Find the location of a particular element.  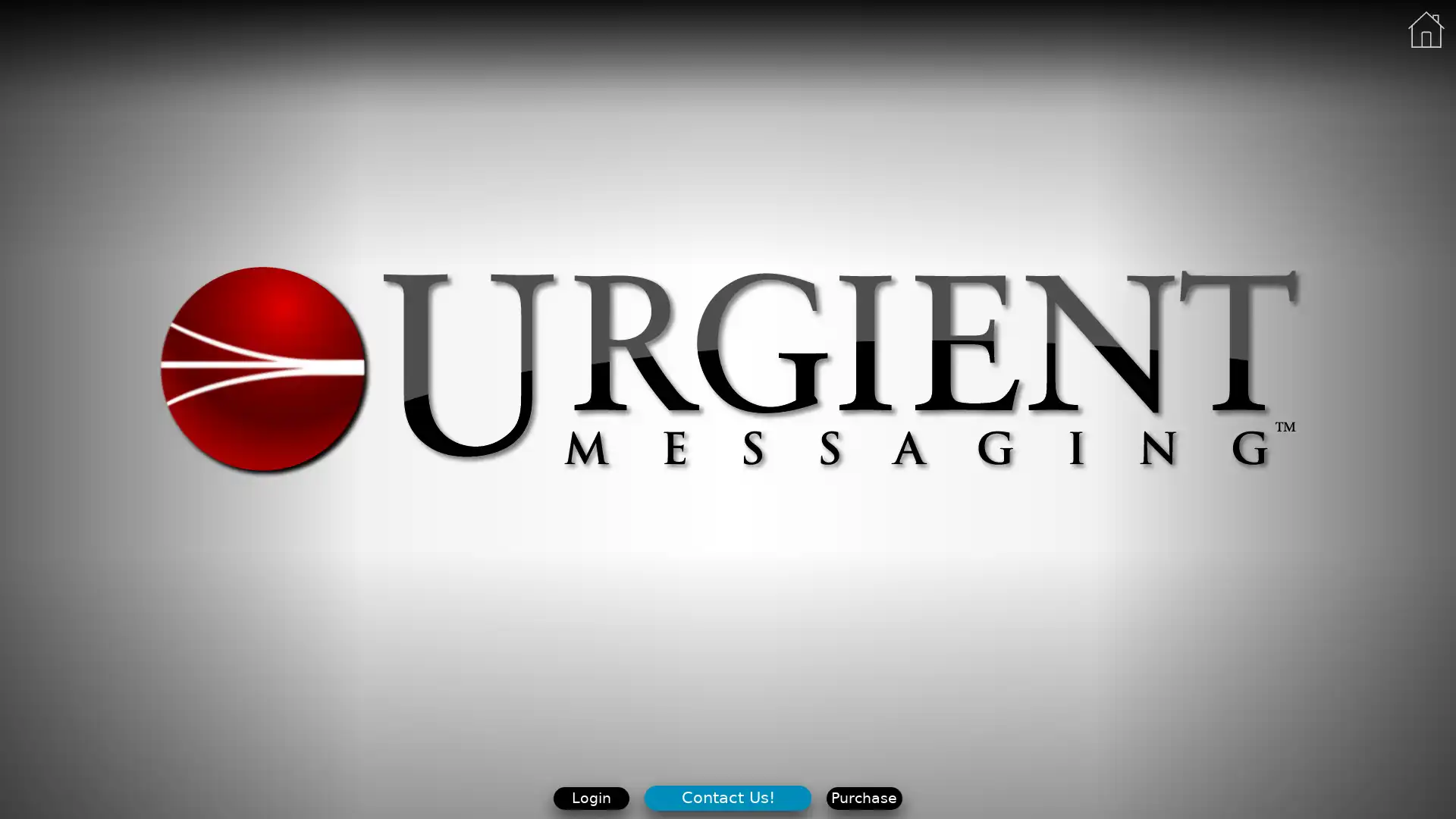

Login is located at coordinates (590, 797).